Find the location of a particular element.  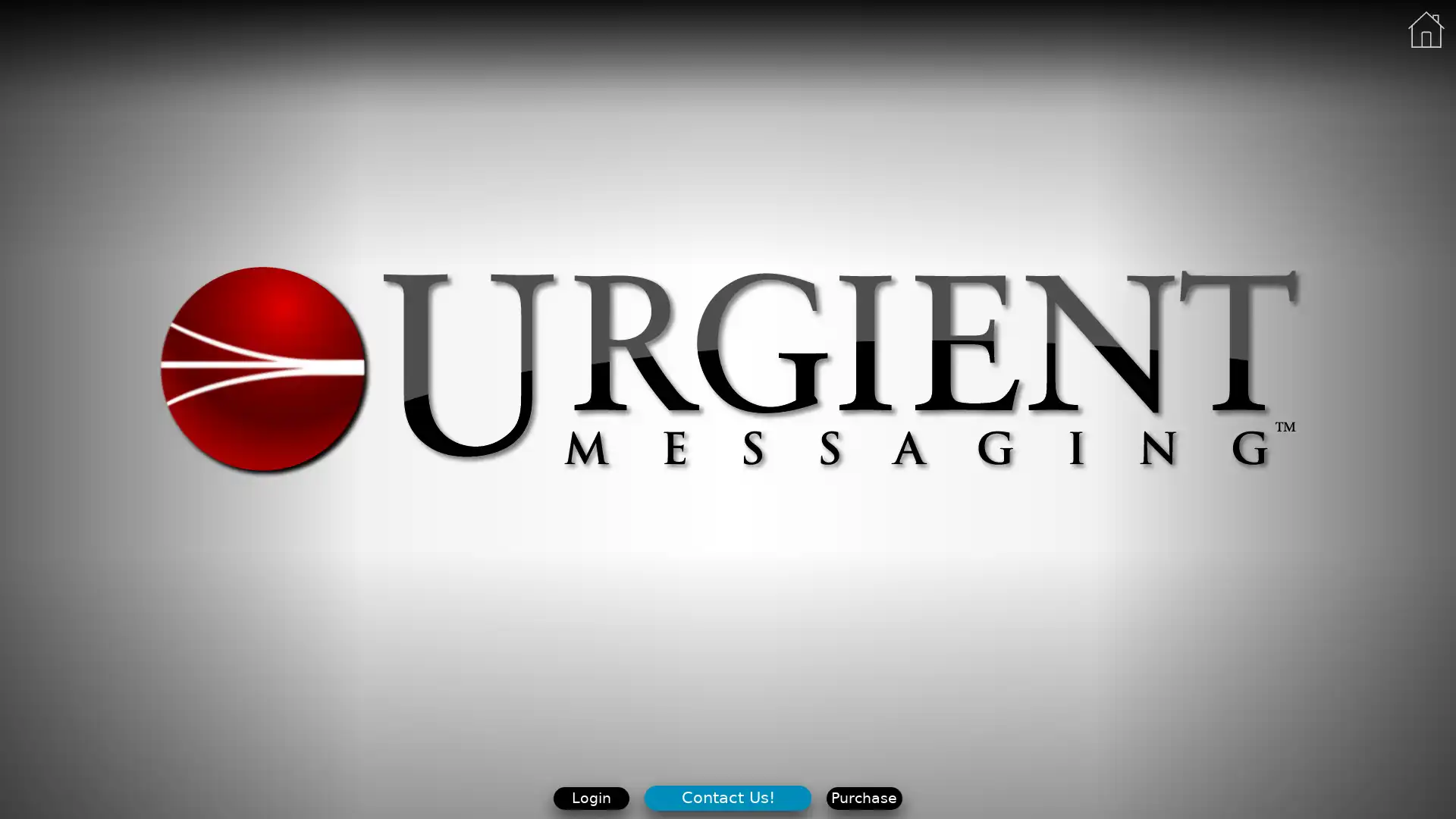

Login is located at coordinates (590, 797).